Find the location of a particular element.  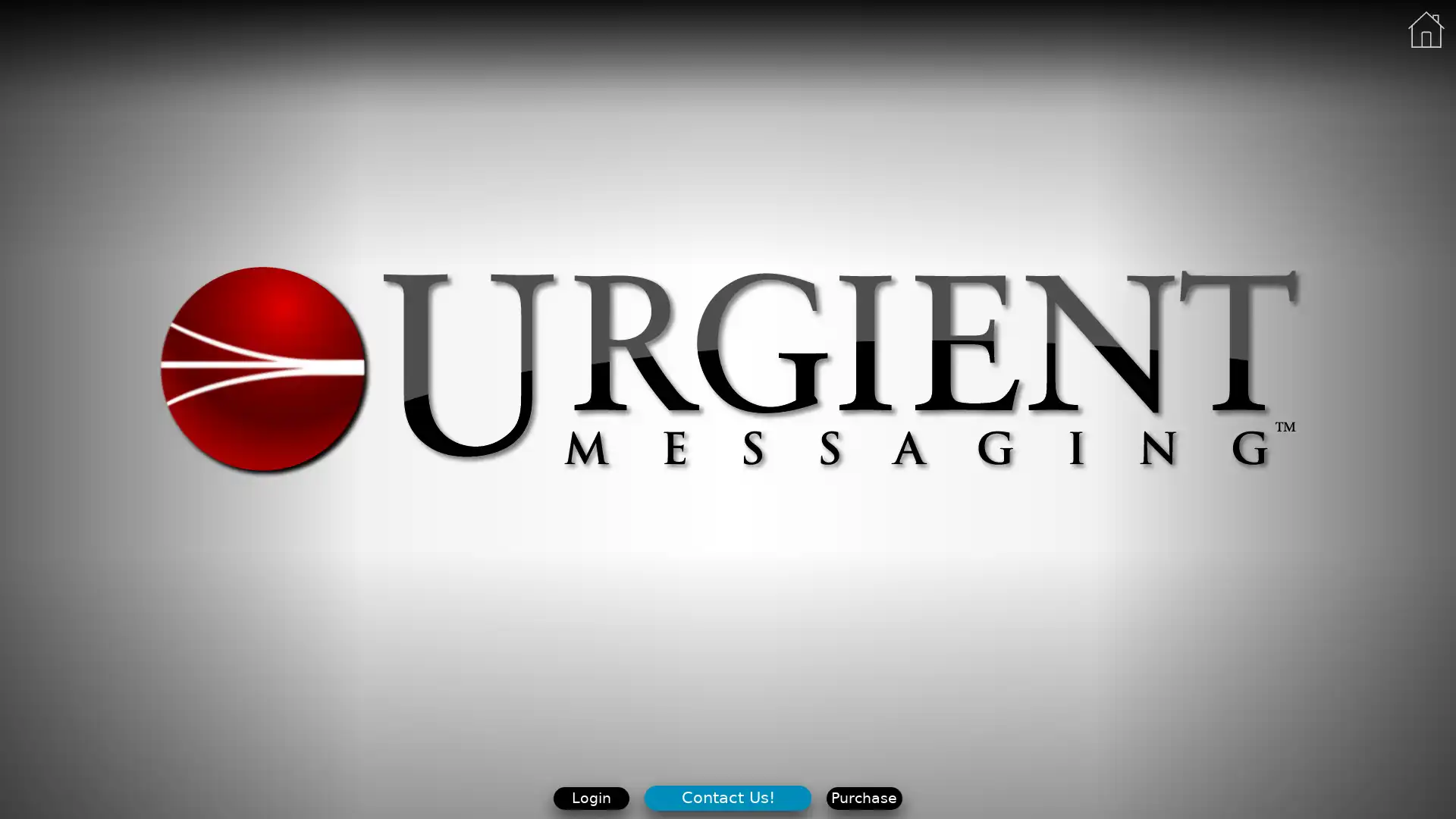

Login is located at coordinates (590, 797).